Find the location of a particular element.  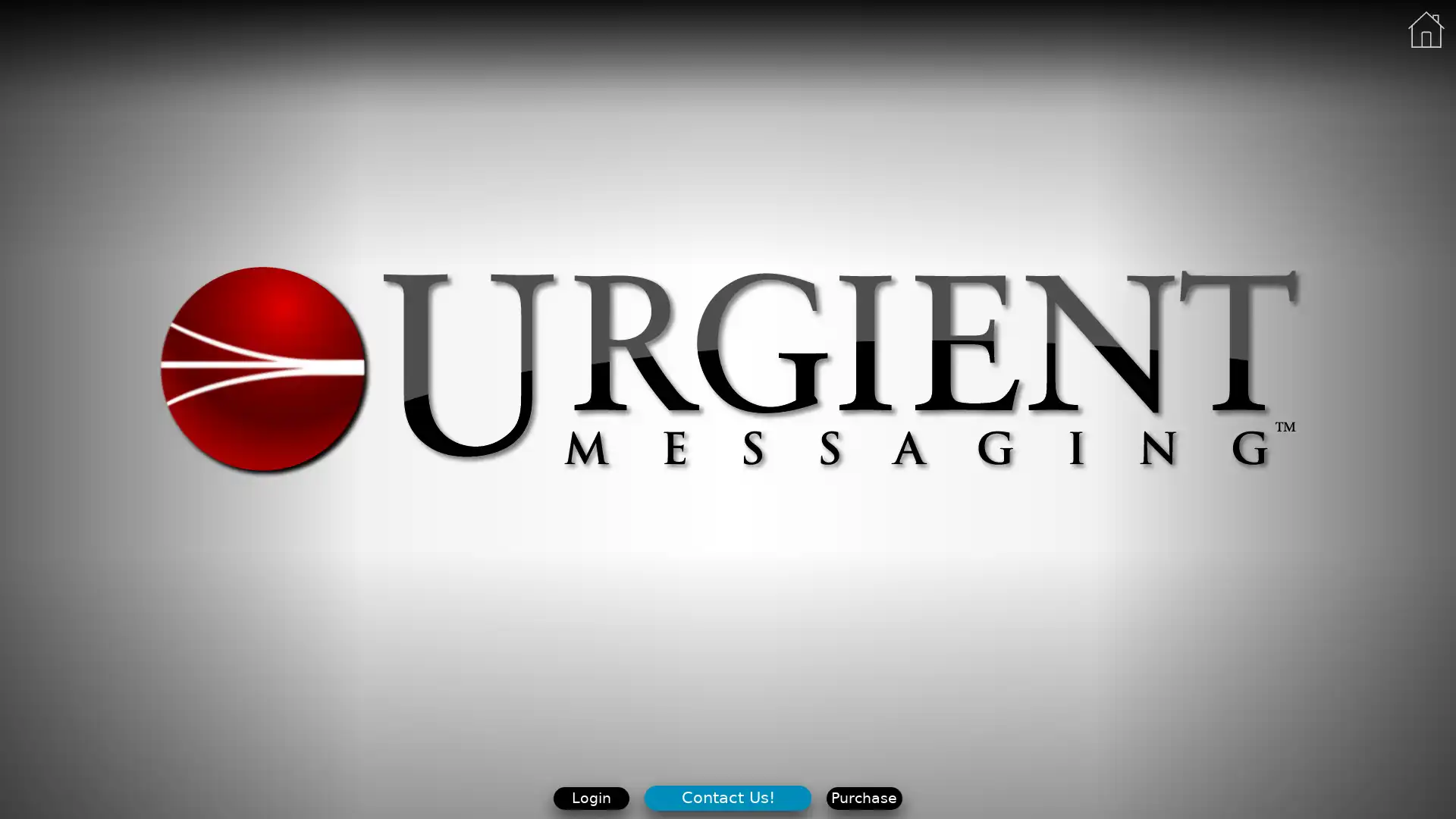

Login is located at coordinates (590, 797).